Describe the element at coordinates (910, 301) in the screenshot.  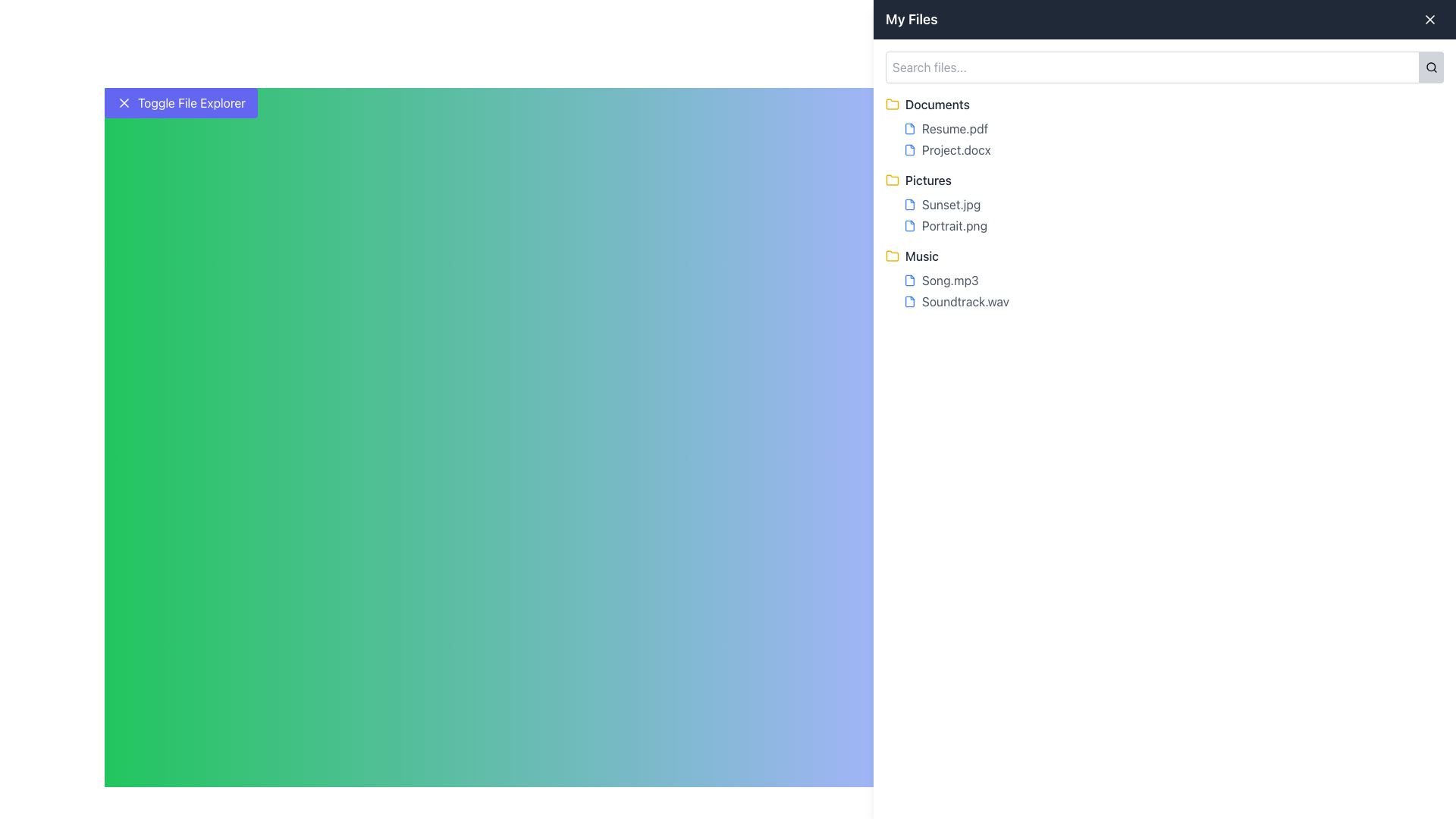
I see `the sound file icon associated with 'Soundtrack.wav', which is positioned to the left of the text label` at that location.